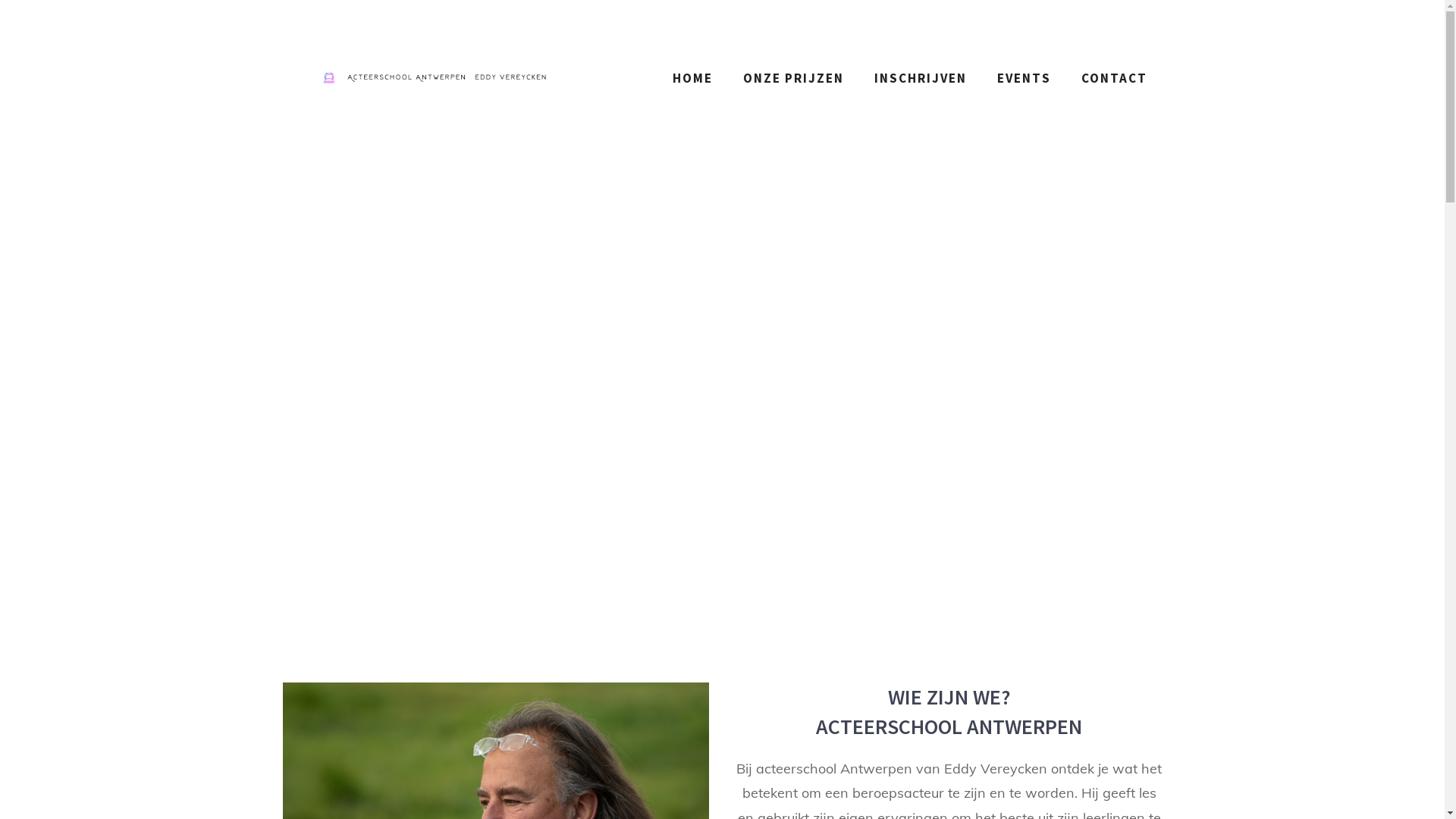  What do you see at coordinates (792, 78) in the screenshot?
I see `'ONZE PRIJZEN'` at bounding box center [792, 78].